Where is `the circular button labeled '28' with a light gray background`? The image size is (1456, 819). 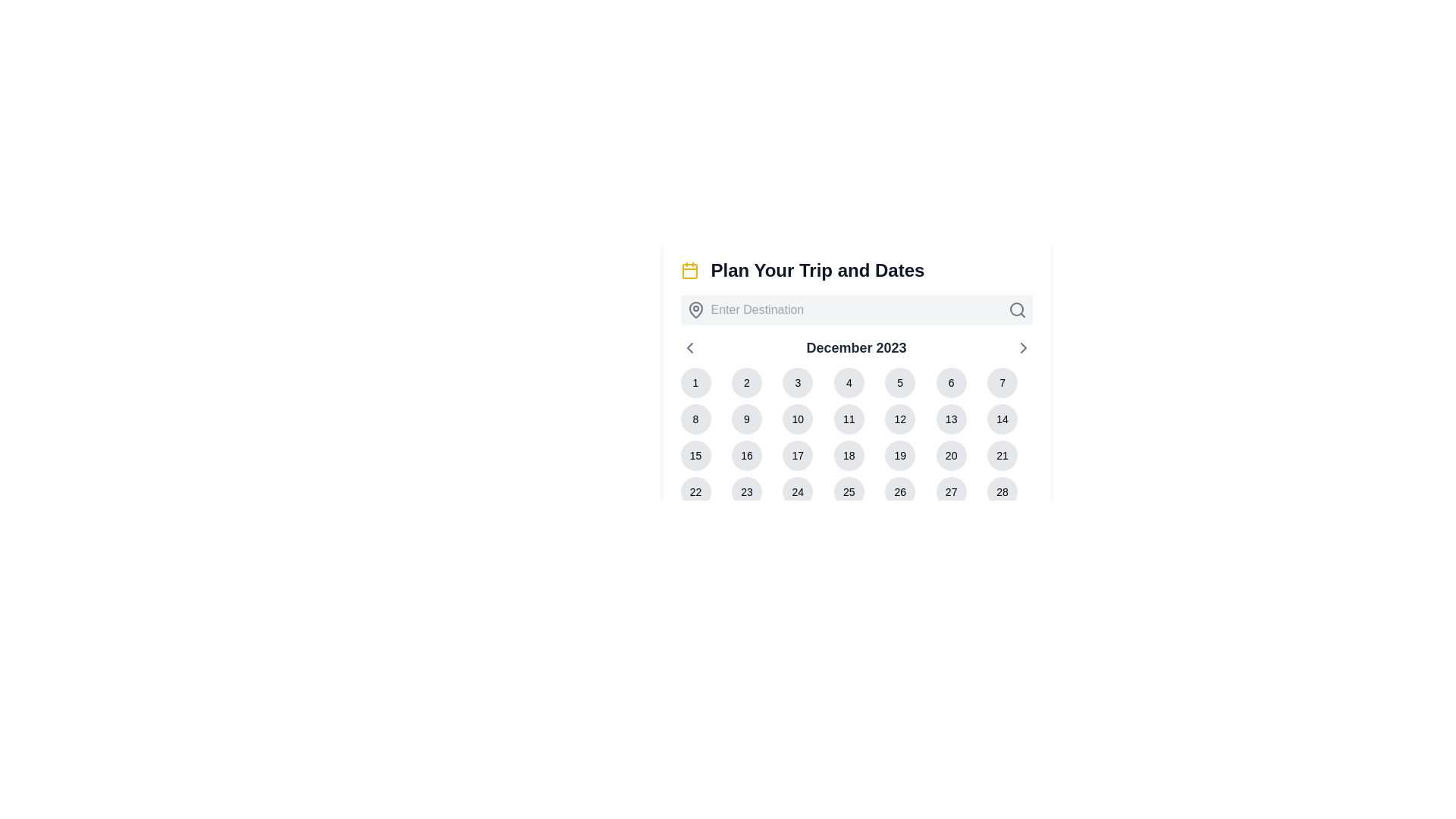 the circular button labeled '28' with a light gray background is located at coordinates (1003, 491).